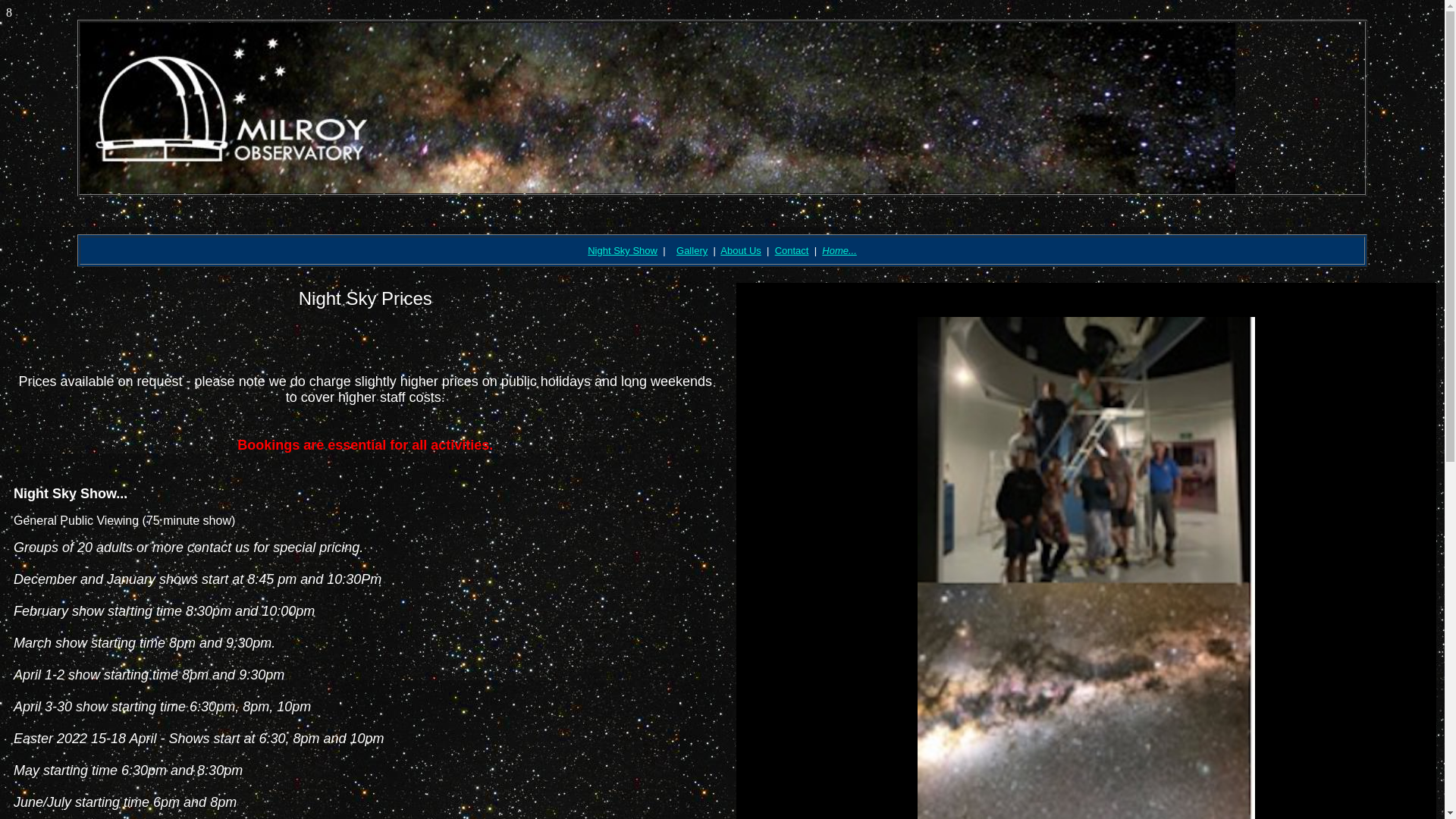 The image size is (1456, 819). What do you see at coordinates (720, 249) in the screenshot?
I see `'About Us'` at bounding box center [720, 249].